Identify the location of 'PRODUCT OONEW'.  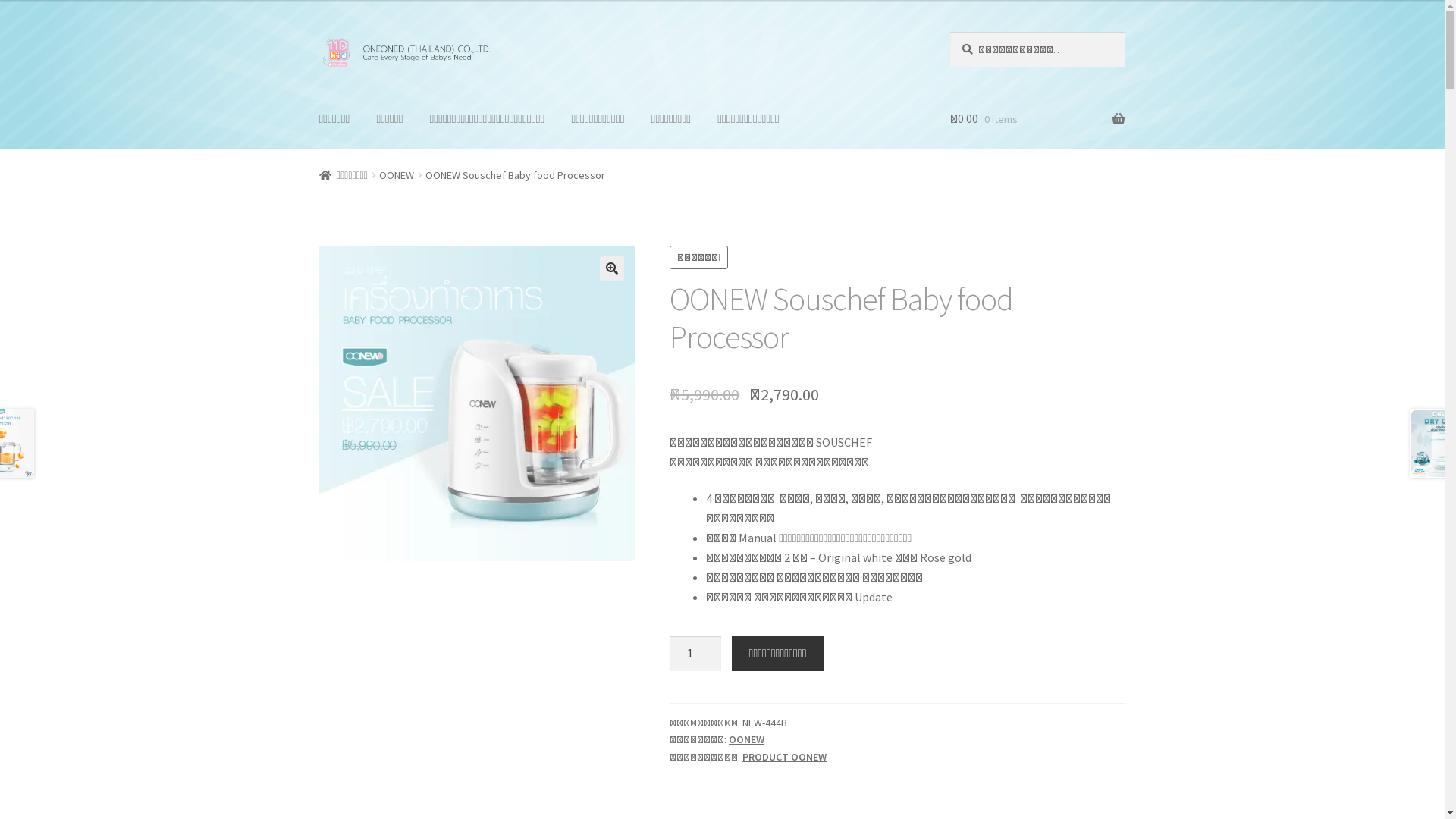
(784, 757).